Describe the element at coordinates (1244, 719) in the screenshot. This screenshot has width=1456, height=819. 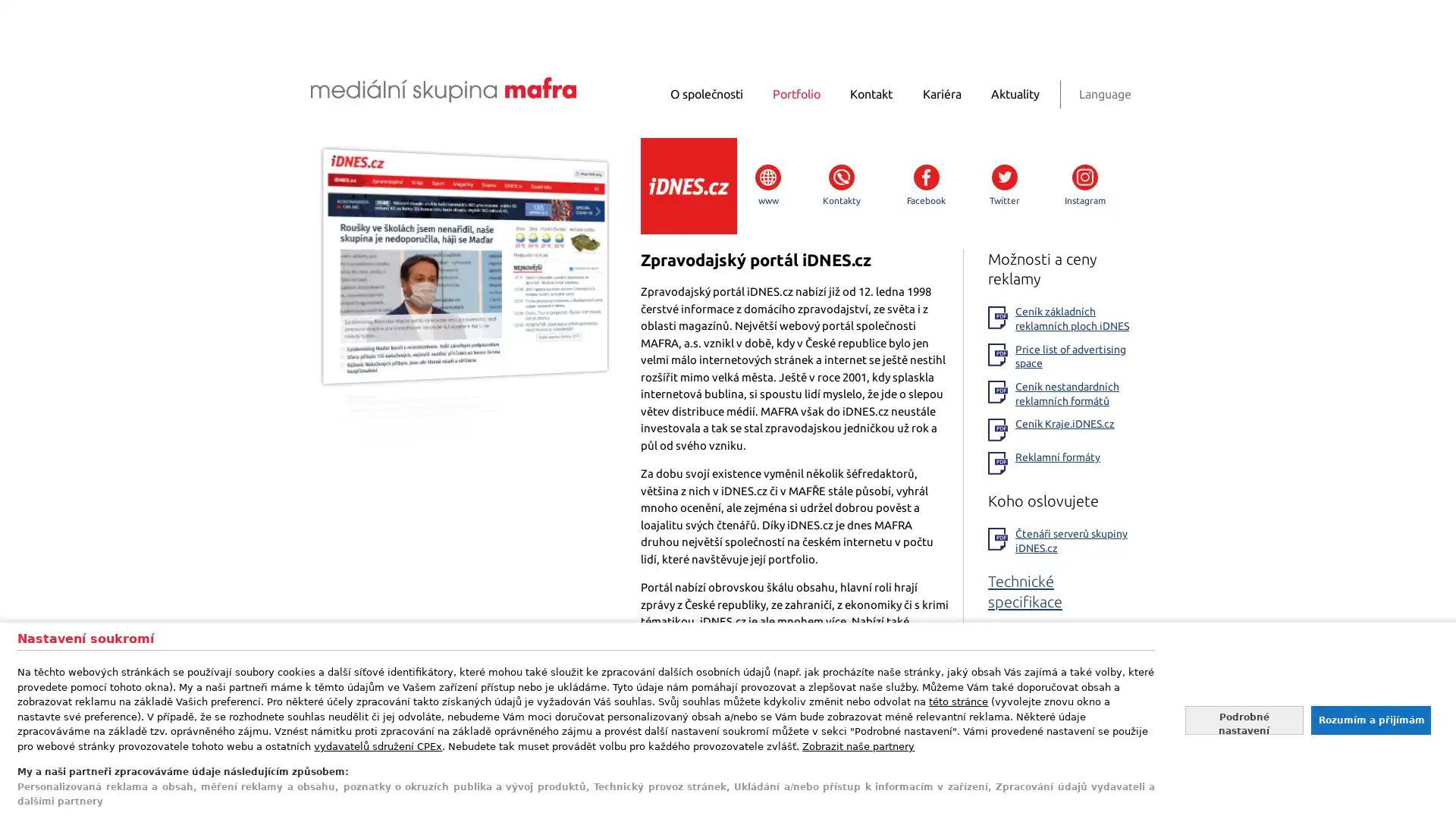
I see `Nastavte sve souhlasy` at that location.